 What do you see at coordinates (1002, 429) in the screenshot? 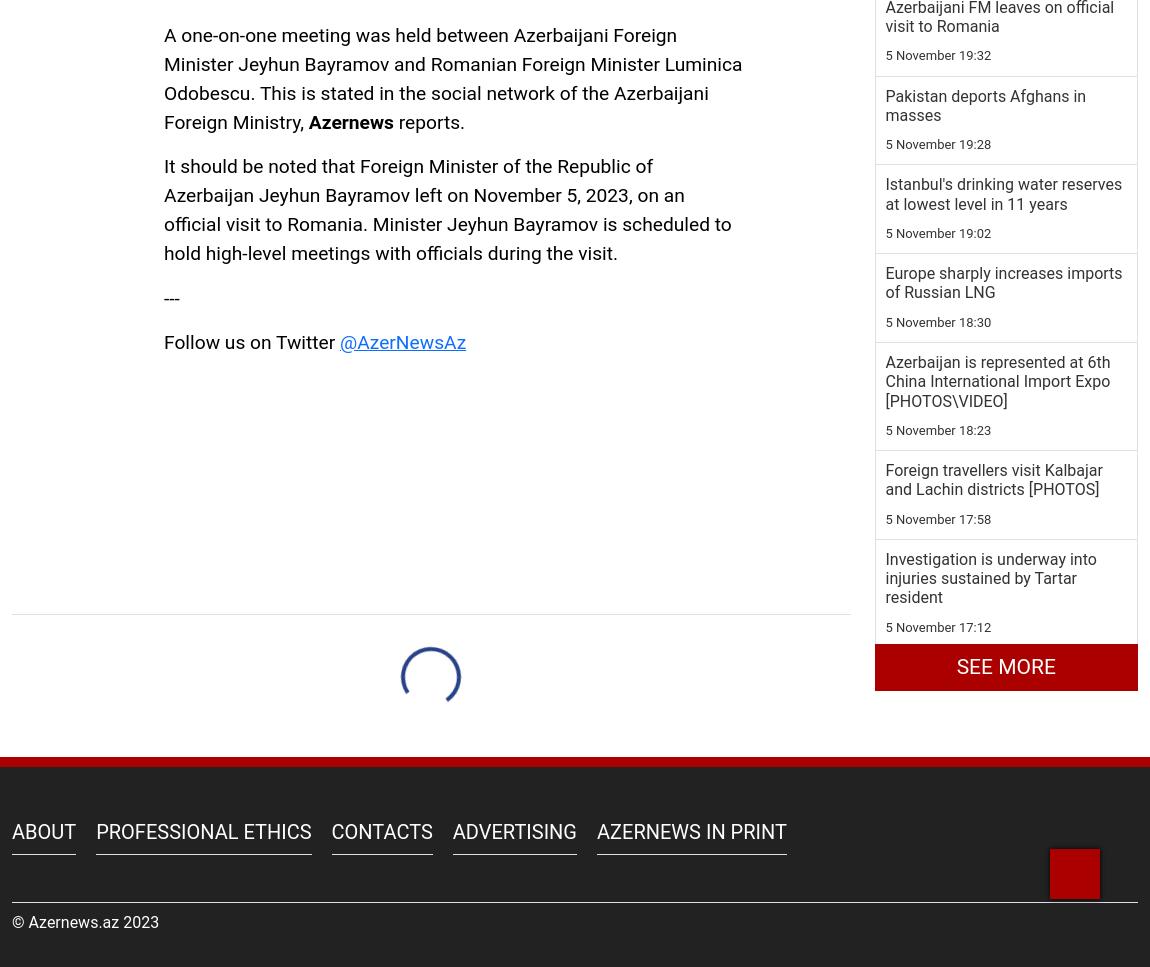
I see `'Azerbaijan, Germany enjoy huge potential for cooperation in many areas'` at bounding box center [1002, 429].